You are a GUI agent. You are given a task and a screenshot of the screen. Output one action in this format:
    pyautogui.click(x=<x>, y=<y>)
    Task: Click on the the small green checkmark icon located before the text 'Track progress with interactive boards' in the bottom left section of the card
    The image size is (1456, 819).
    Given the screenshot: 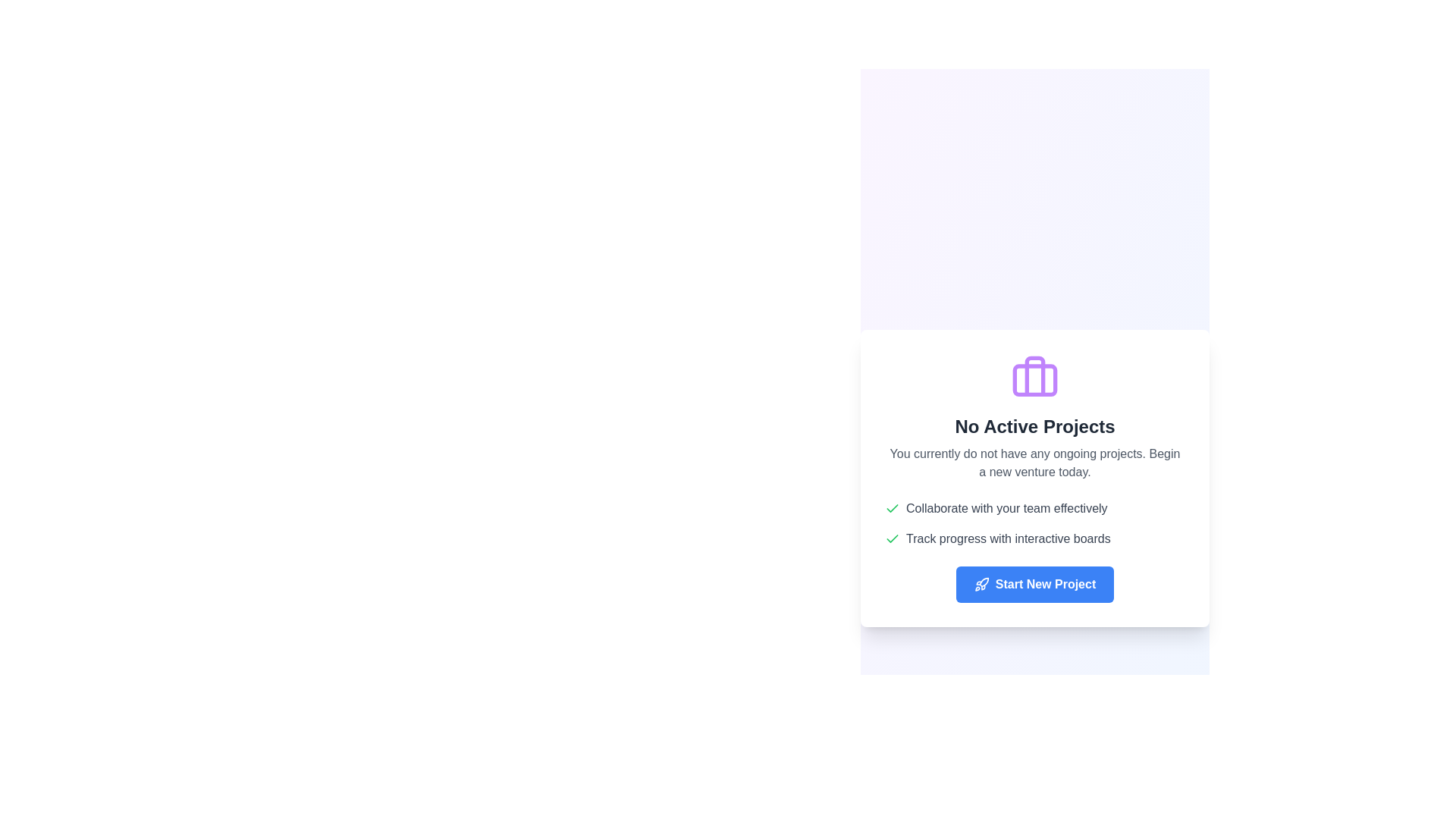 What is the action you would take?
    pyautogui.click(x=892, y=538)
    